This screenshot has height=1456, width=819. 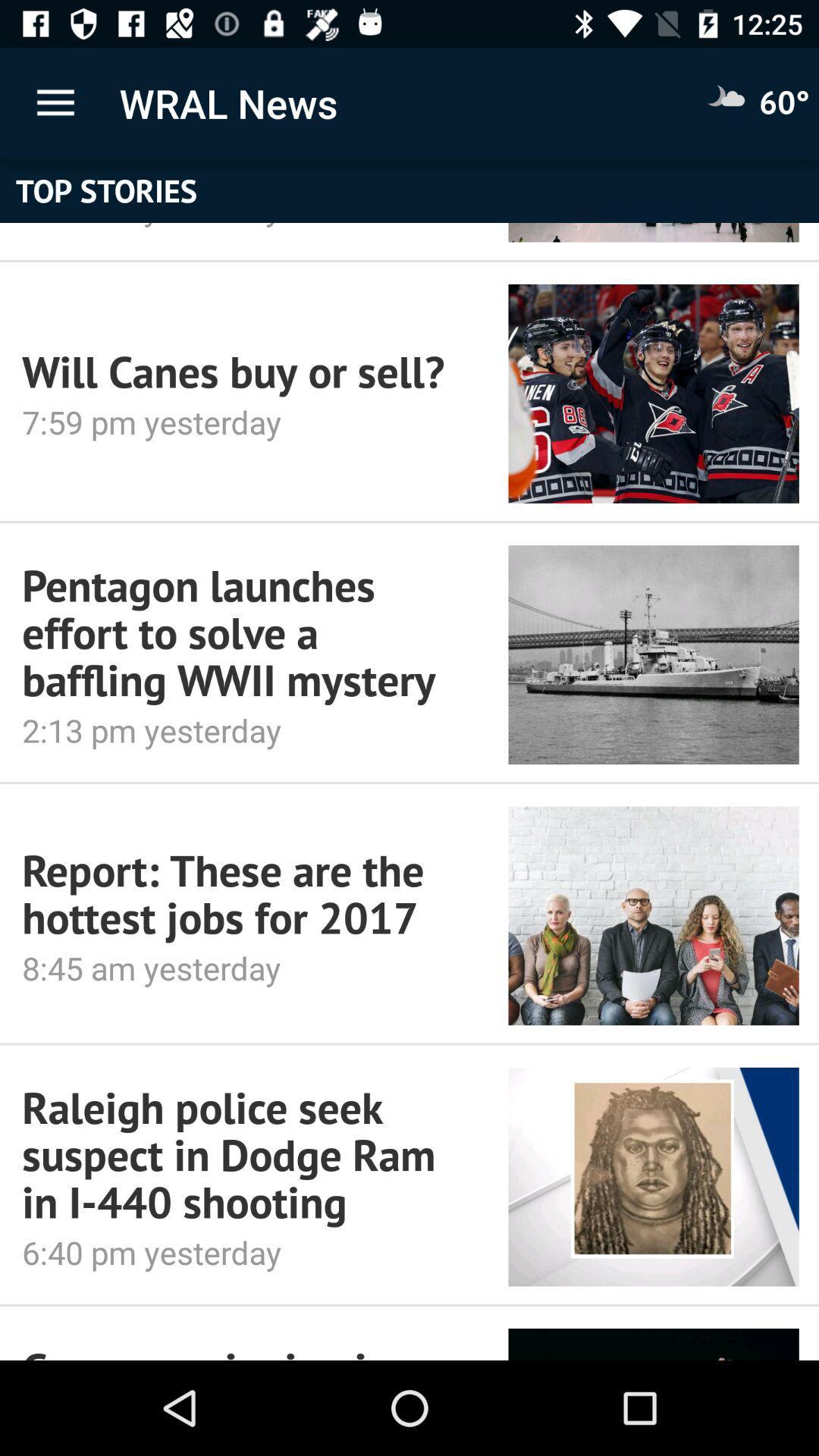 What do you see at coordinates (243, 632) in the screenshot?
I see `pentagon launches effort icon` at bounding box center [243, 632].